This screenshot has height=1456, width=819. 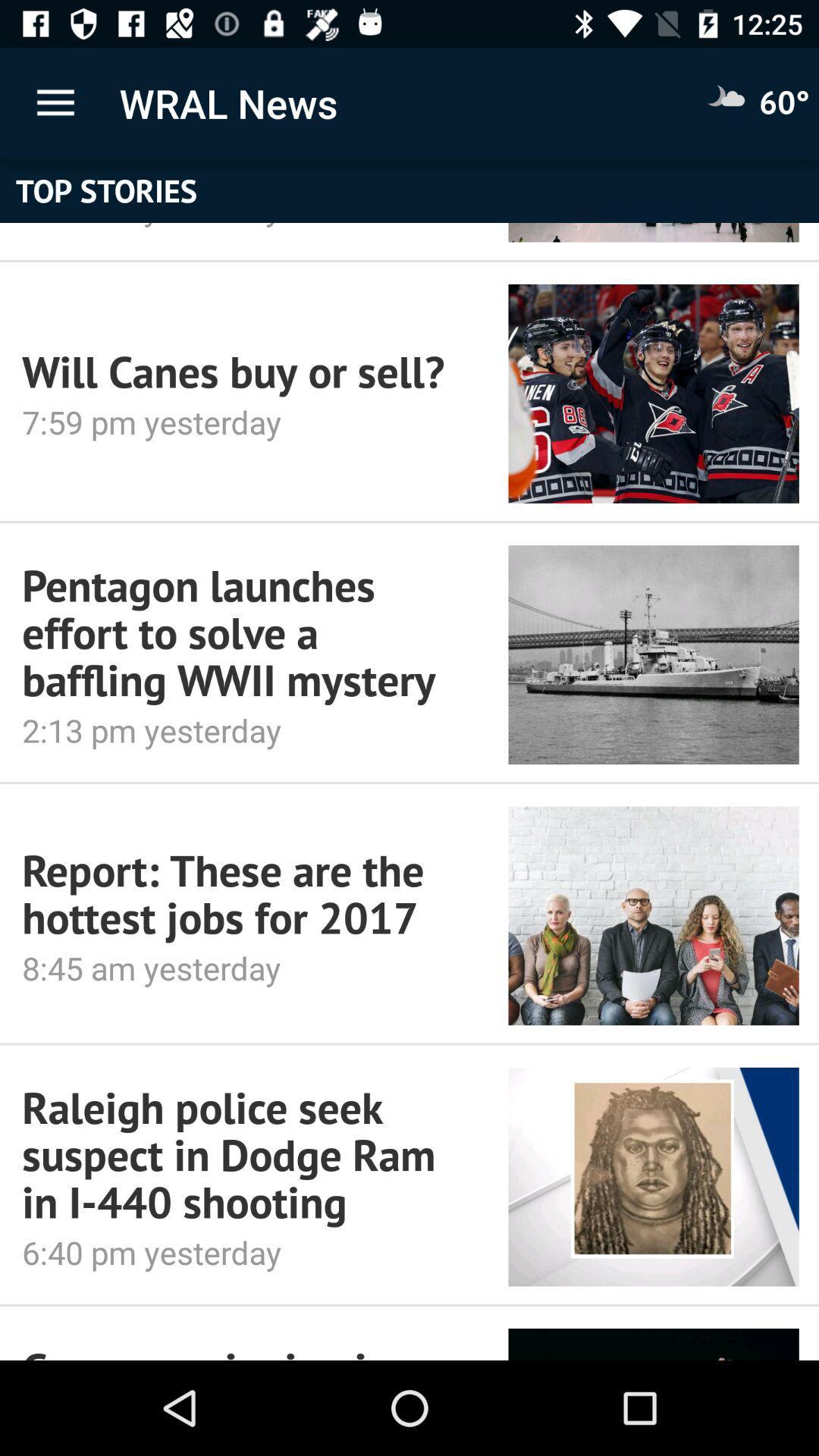 What do you see at coordinates (243, 632) in the screenshot?
I see `pentagon launches effort icon` at bounding box center [243, 632].